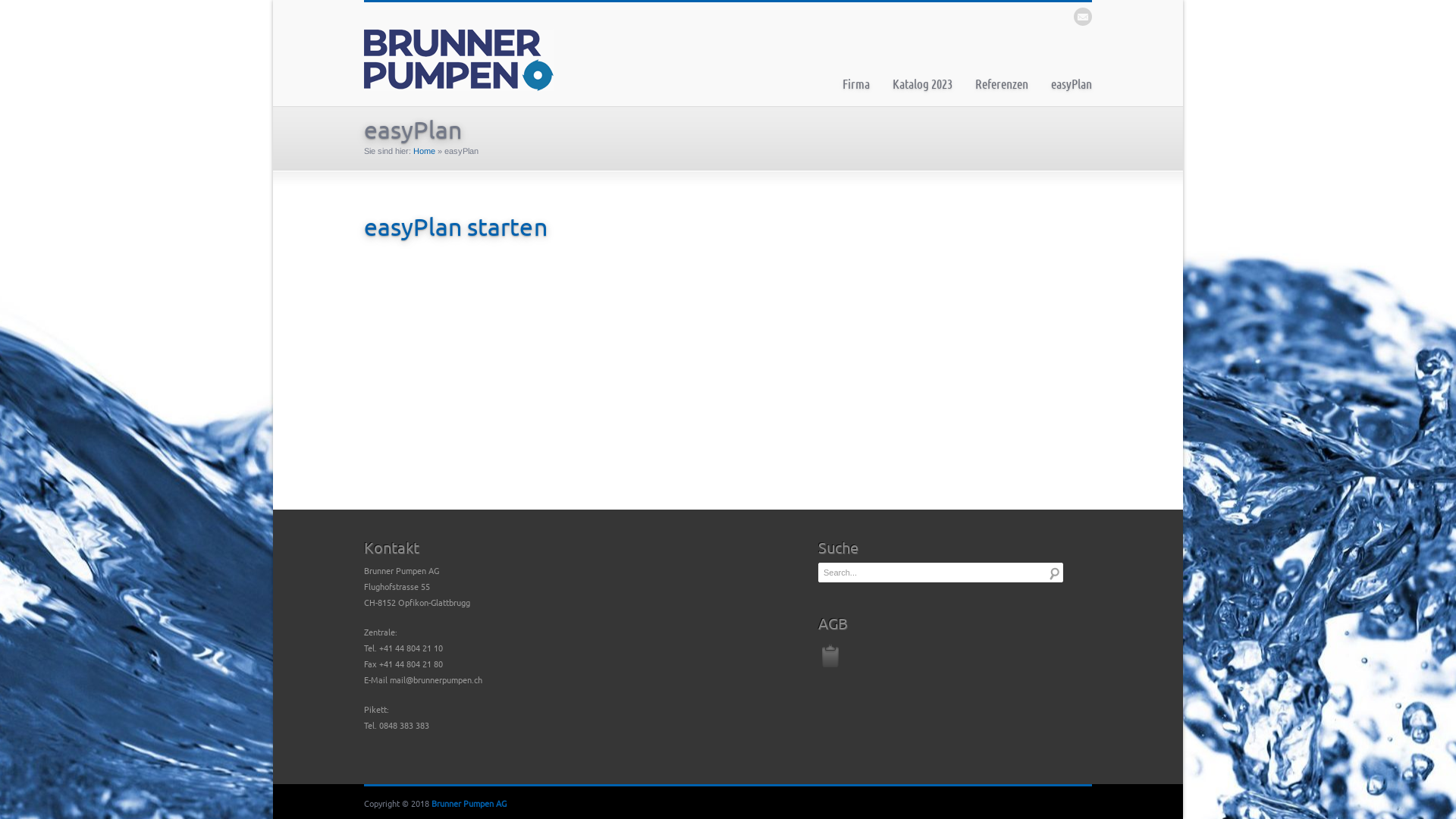  What do you see at coordinates (921, 83) in the screenshot?
I see `'Katalog 2023'` at bounding box center [921, 83].